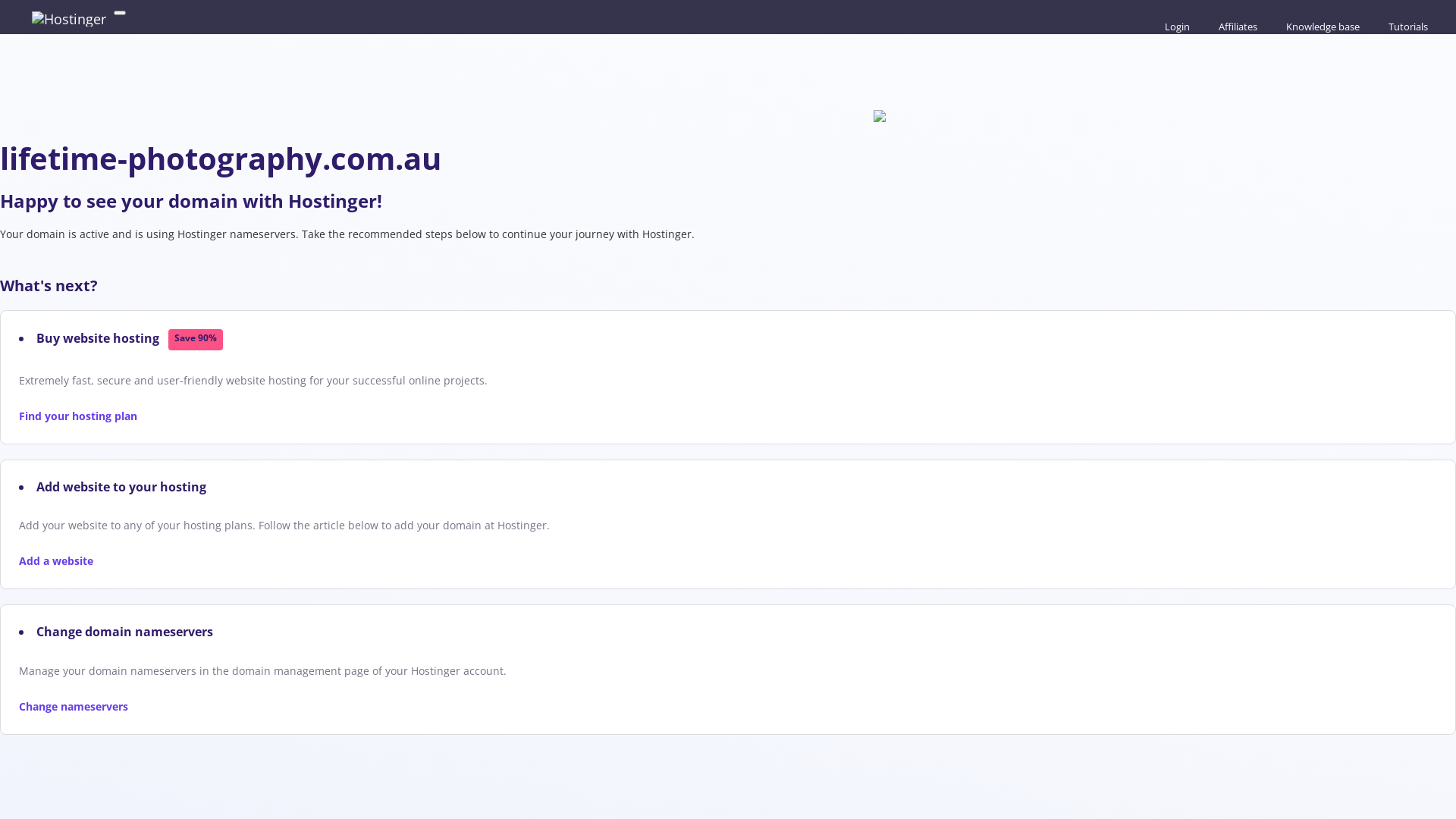 This screenshot has height=819, width=1456. I want to click on 'Login', so click(1175, 26).